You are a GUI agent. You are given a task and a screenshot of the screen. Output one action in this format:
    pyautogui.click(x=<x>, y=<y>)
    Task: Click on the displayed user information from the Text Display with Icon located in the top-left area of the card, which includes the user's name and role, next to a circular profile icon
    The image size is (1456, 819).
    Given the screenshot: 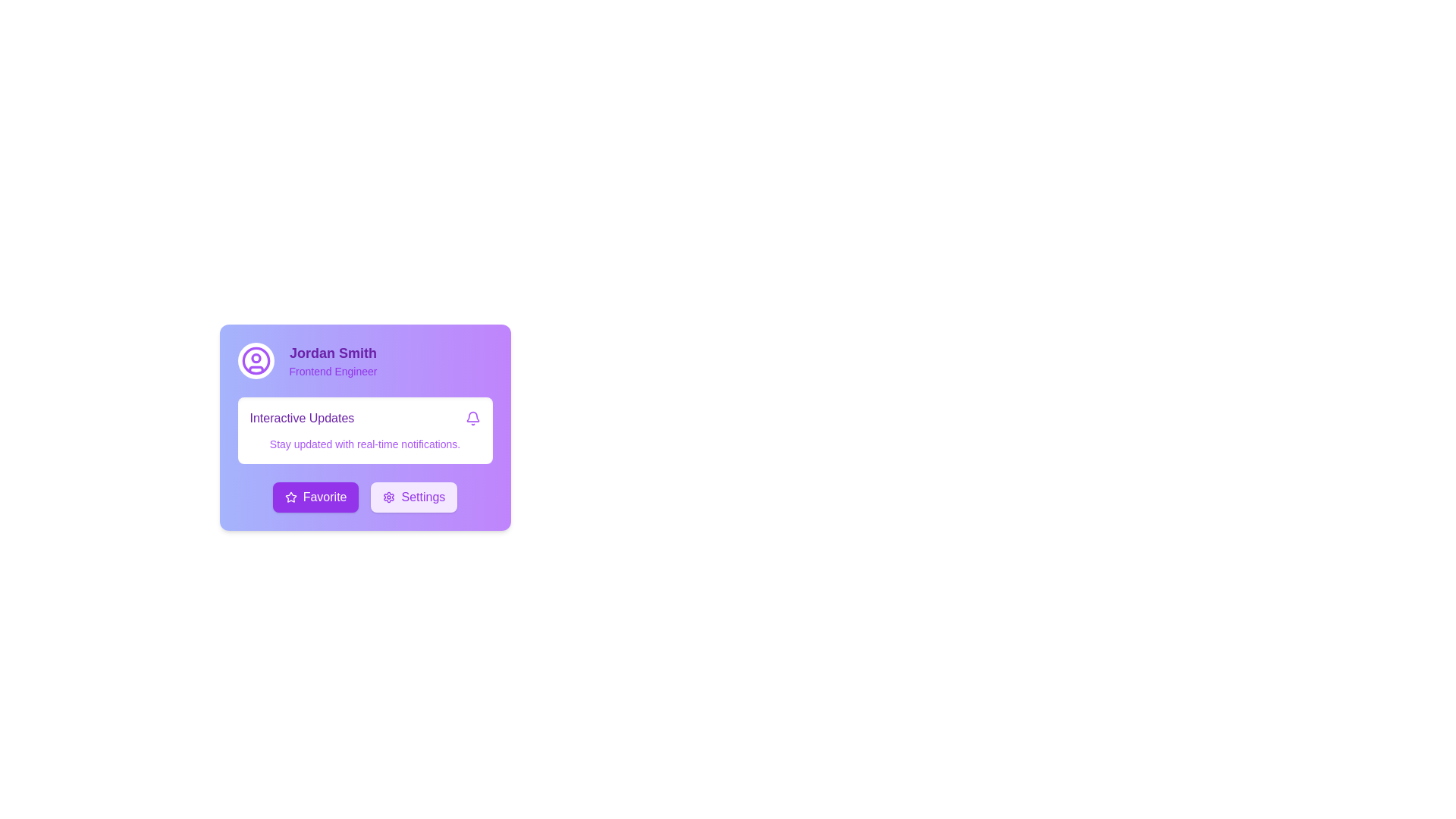 What is the action you would take?
    pyautogui.click(x=365, y=360)
    